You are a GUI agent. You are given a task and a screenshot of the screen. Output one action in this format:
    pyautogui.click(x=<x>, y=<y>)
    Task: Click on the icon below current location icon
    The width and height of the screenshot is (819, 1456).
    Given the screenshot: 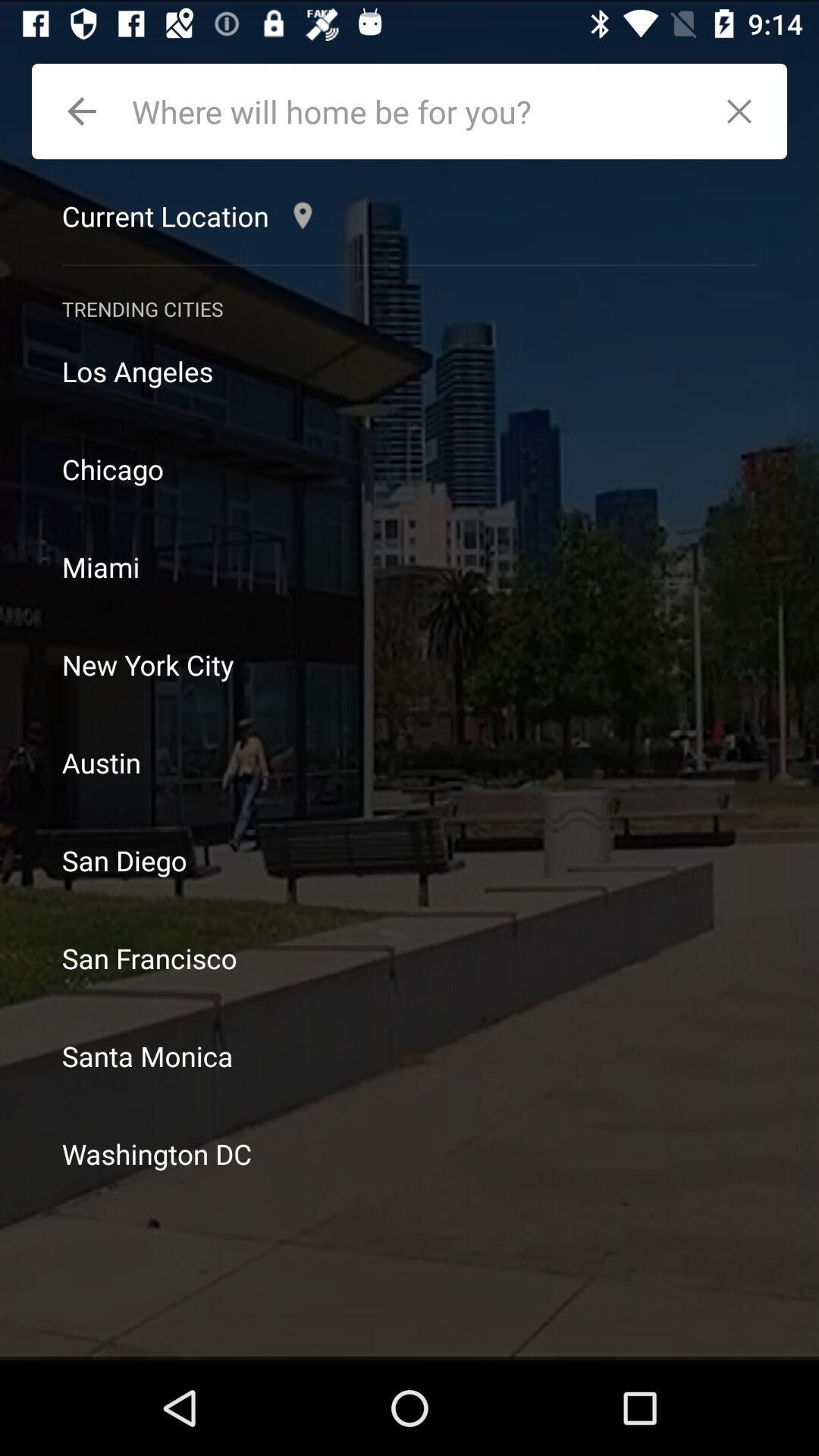 What is the action you would take?
    pyautogui.click(x=409, y=265)
    